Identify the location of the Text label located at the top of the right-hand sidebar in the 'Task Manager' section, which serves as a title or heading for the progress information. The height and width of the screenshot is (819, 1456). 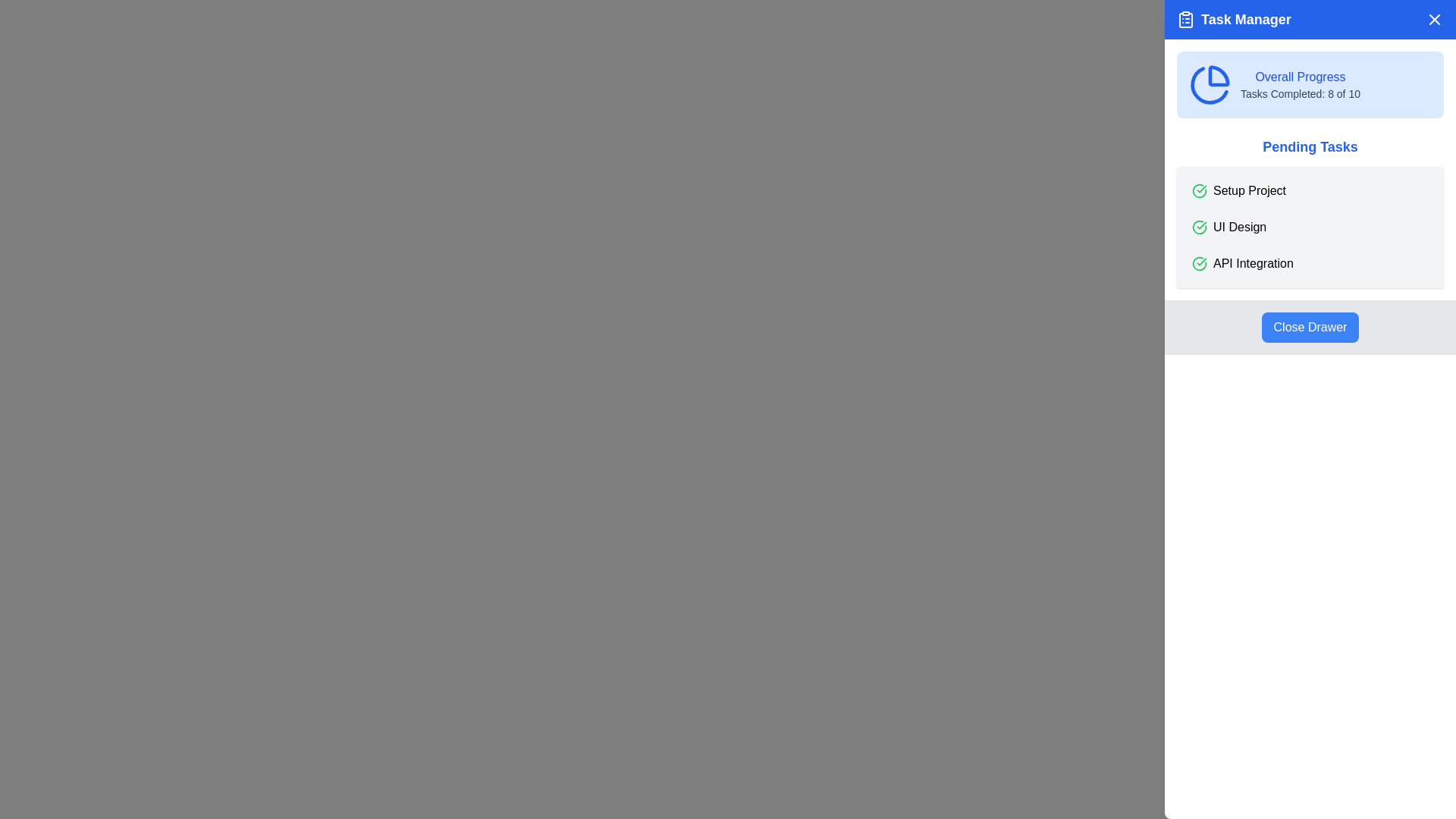
(1299, 77).